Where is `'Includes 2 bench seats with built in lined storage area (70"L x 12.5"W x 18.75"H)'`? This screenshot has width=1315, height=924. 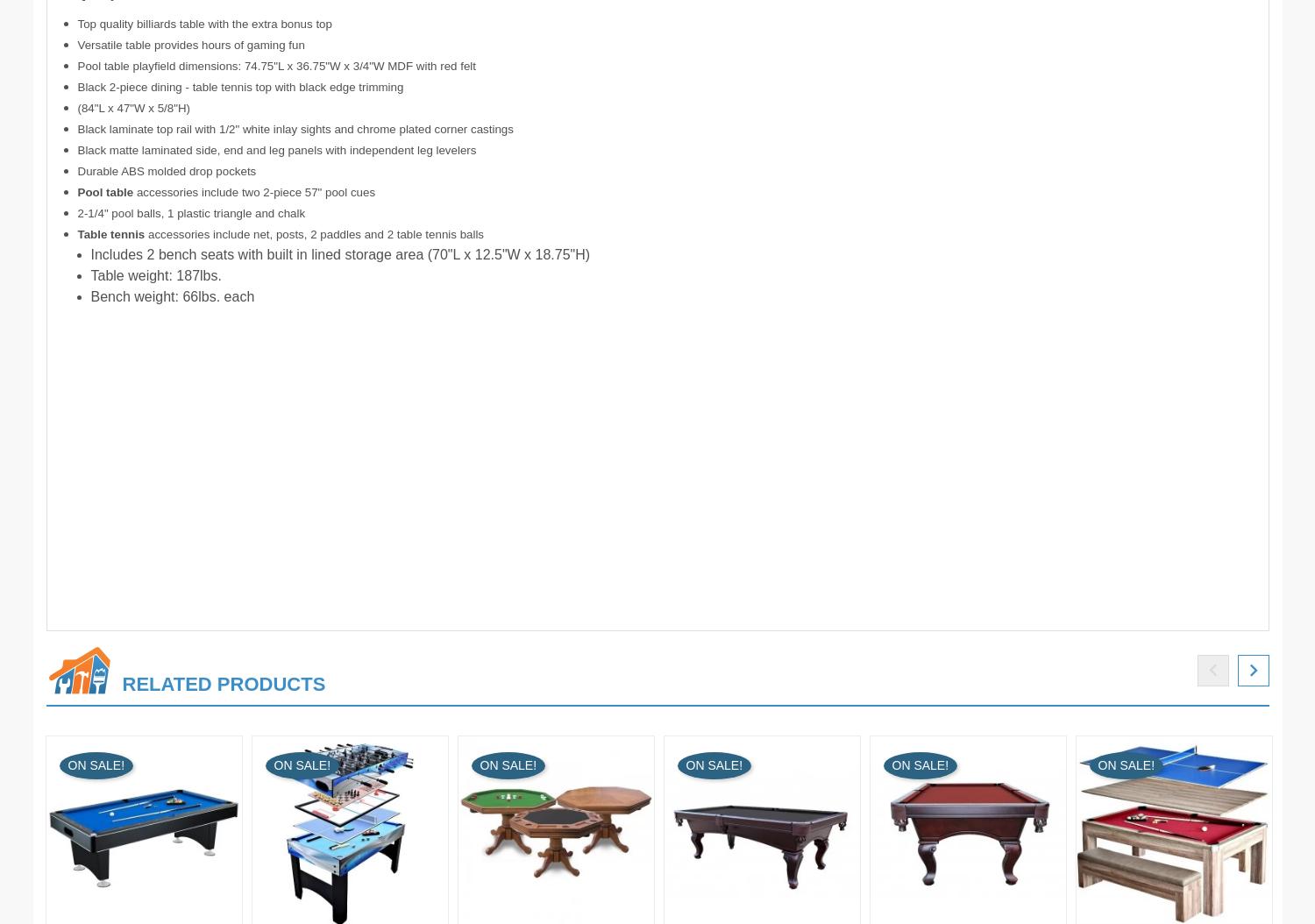 'Includes 2 bench seats with built in lined storage area (70"L x 12.5"W x 18.75"H)' is located at coordinates (340, 253).